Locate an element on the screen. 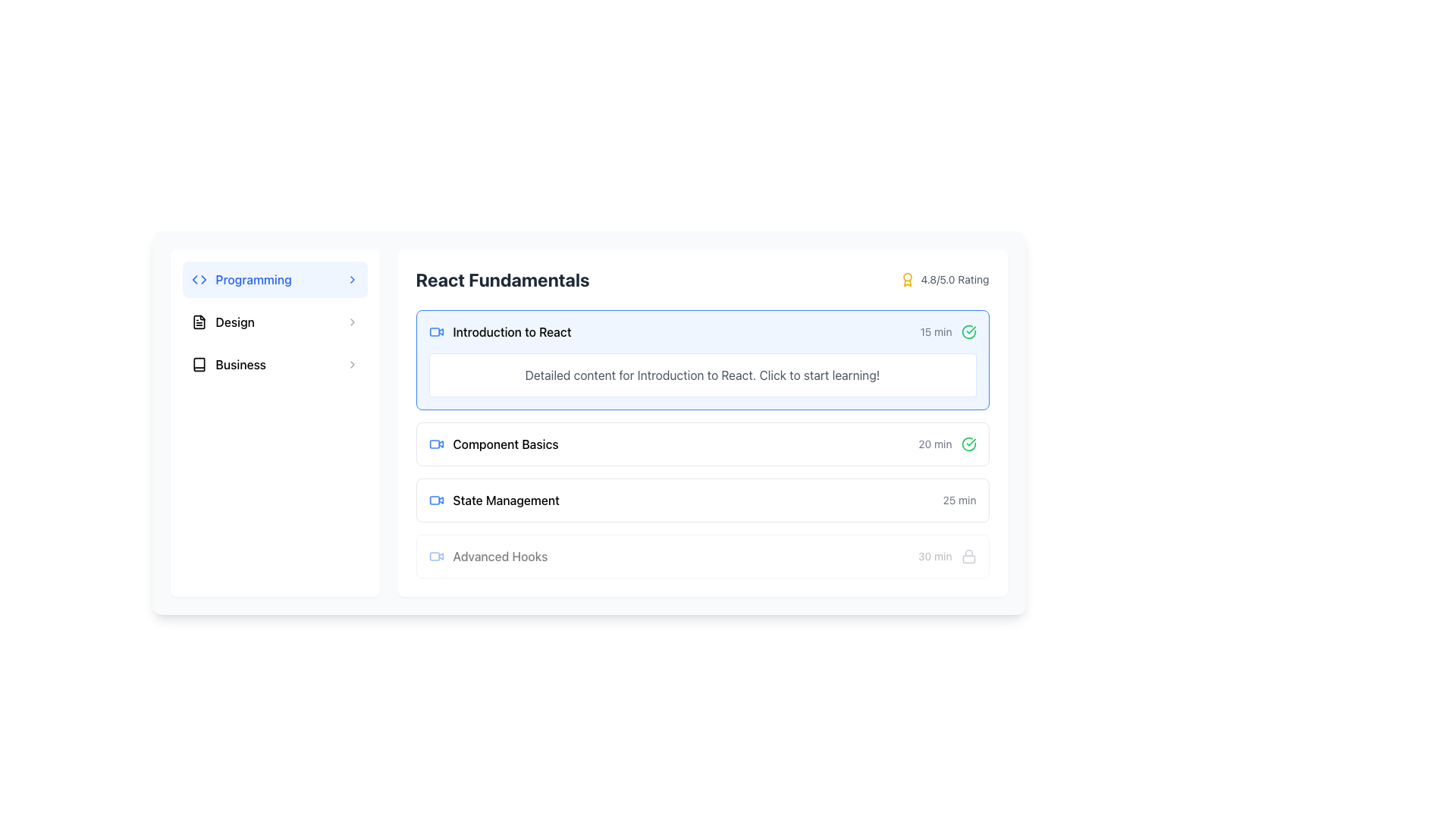 The image size is (1456, 819). text 'Detailed content for Introduction to React. Click to start learning!' located within the white card beneath the title 'Introduction to React' is located at coordinates (701, 375).